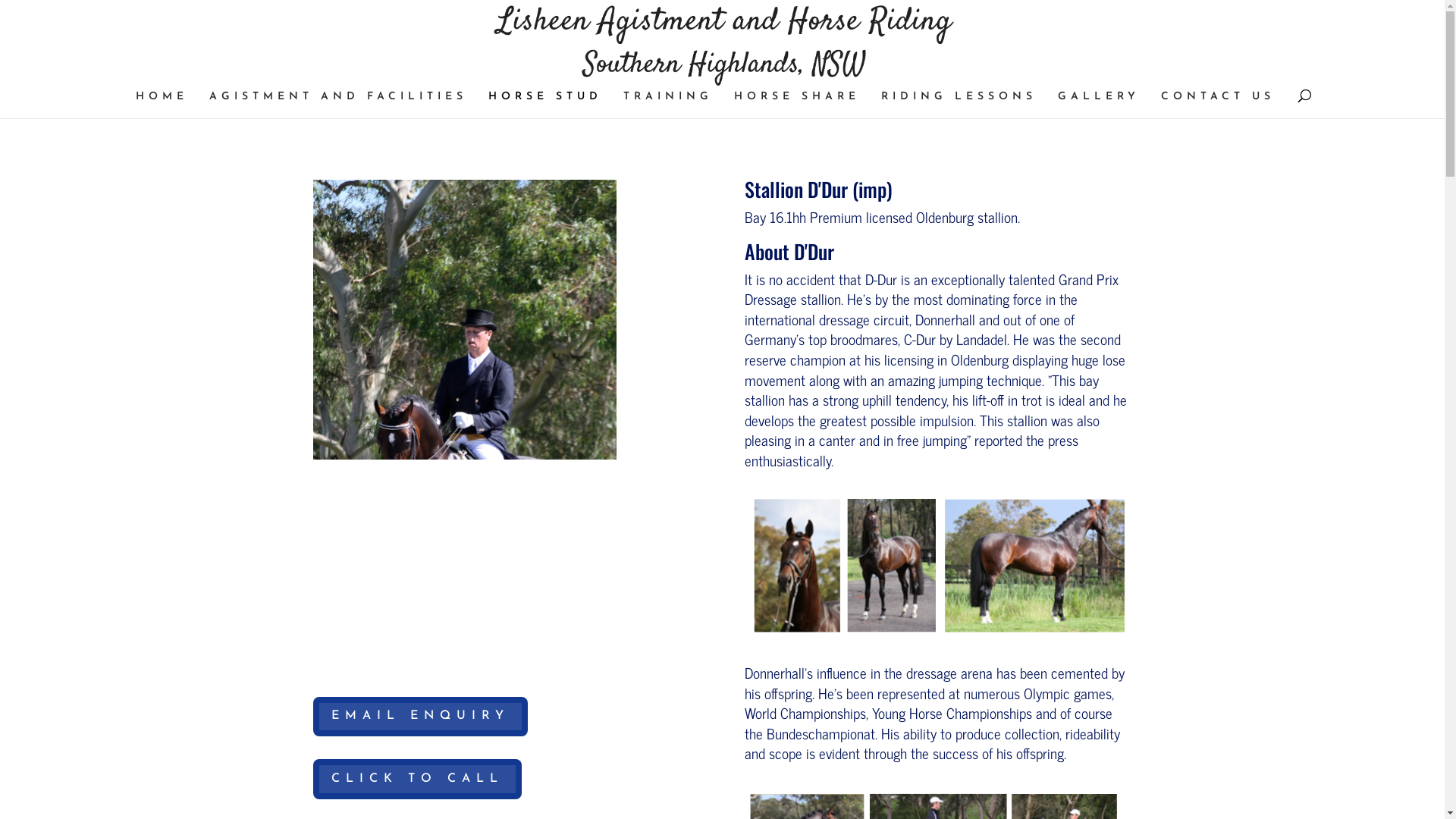 The height and width of the screenshot is (819, 1456). Describe the element at coordinates (337, 104) in the screenshot. I see `'AGISTMENT AND FACILITIES'` at that location.